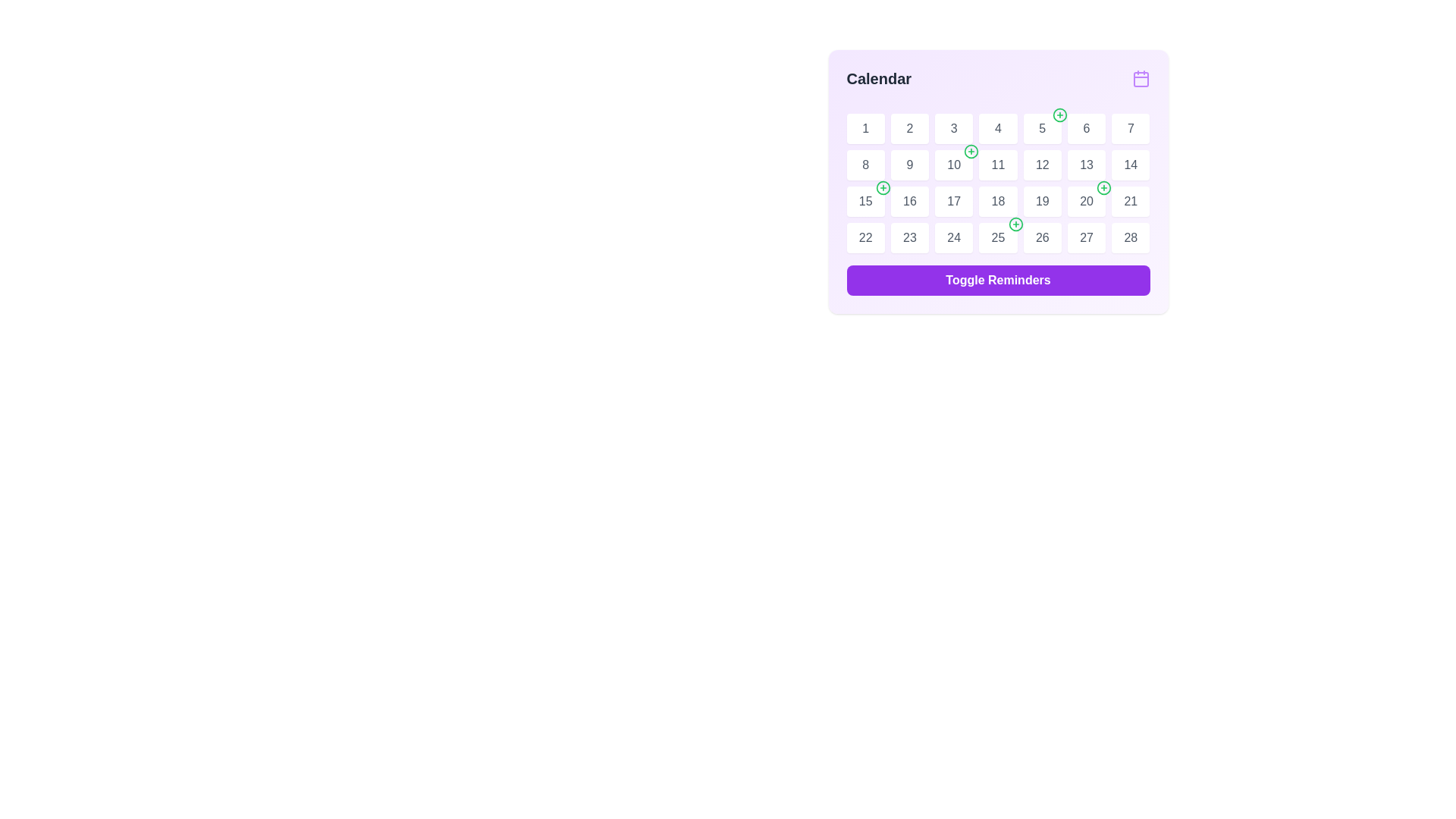 Image resolution: width=1456 pixels, height=819 pixels. Describe the element at coordinates (865, 127) in the screenshot. I see `the top-left calendar day cell with a white background and black text '1'` at that location.